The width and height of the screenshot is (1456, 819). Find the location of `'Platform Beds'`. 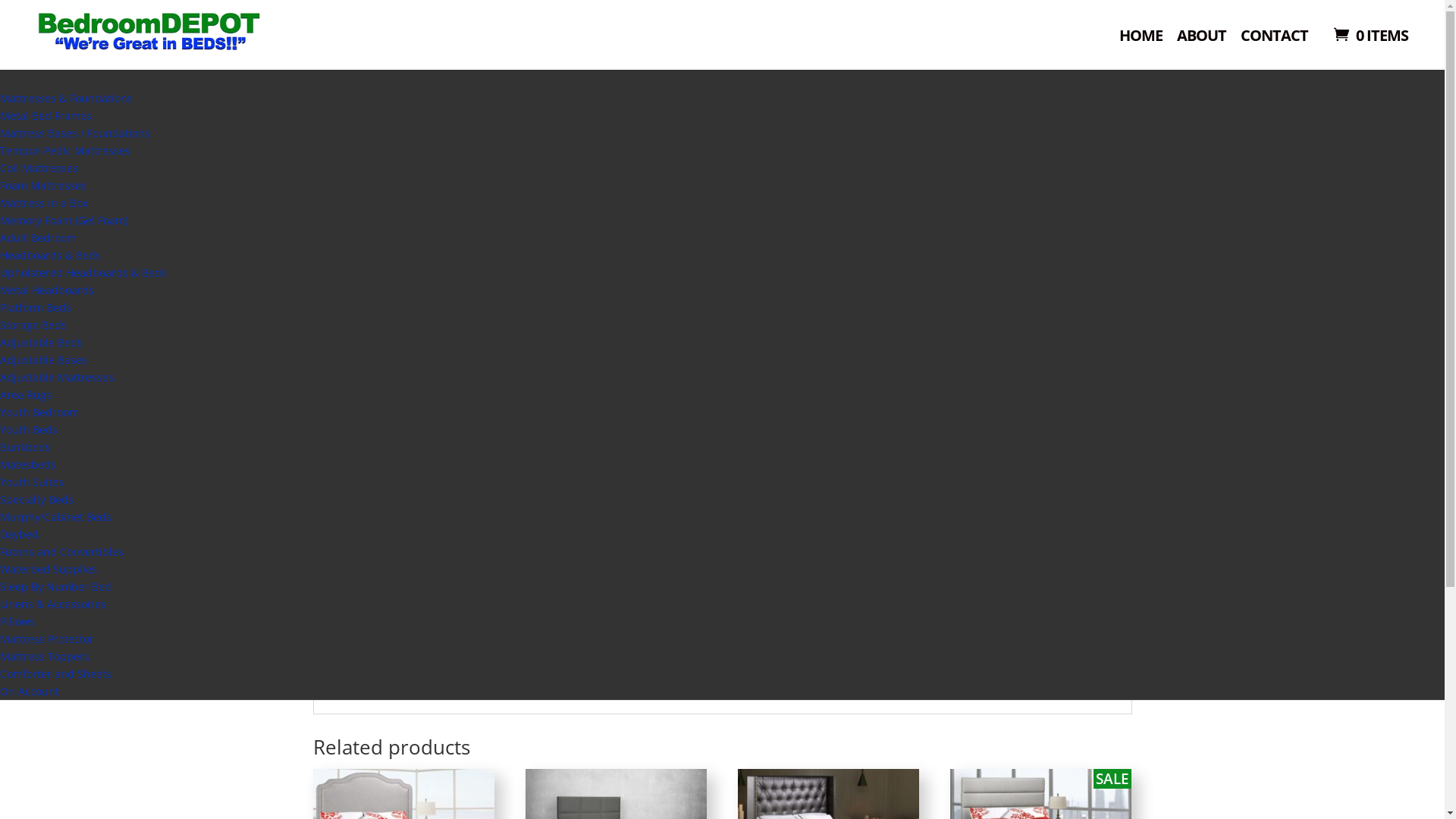

'Platform Beds' is located at coordinates (488, 143).